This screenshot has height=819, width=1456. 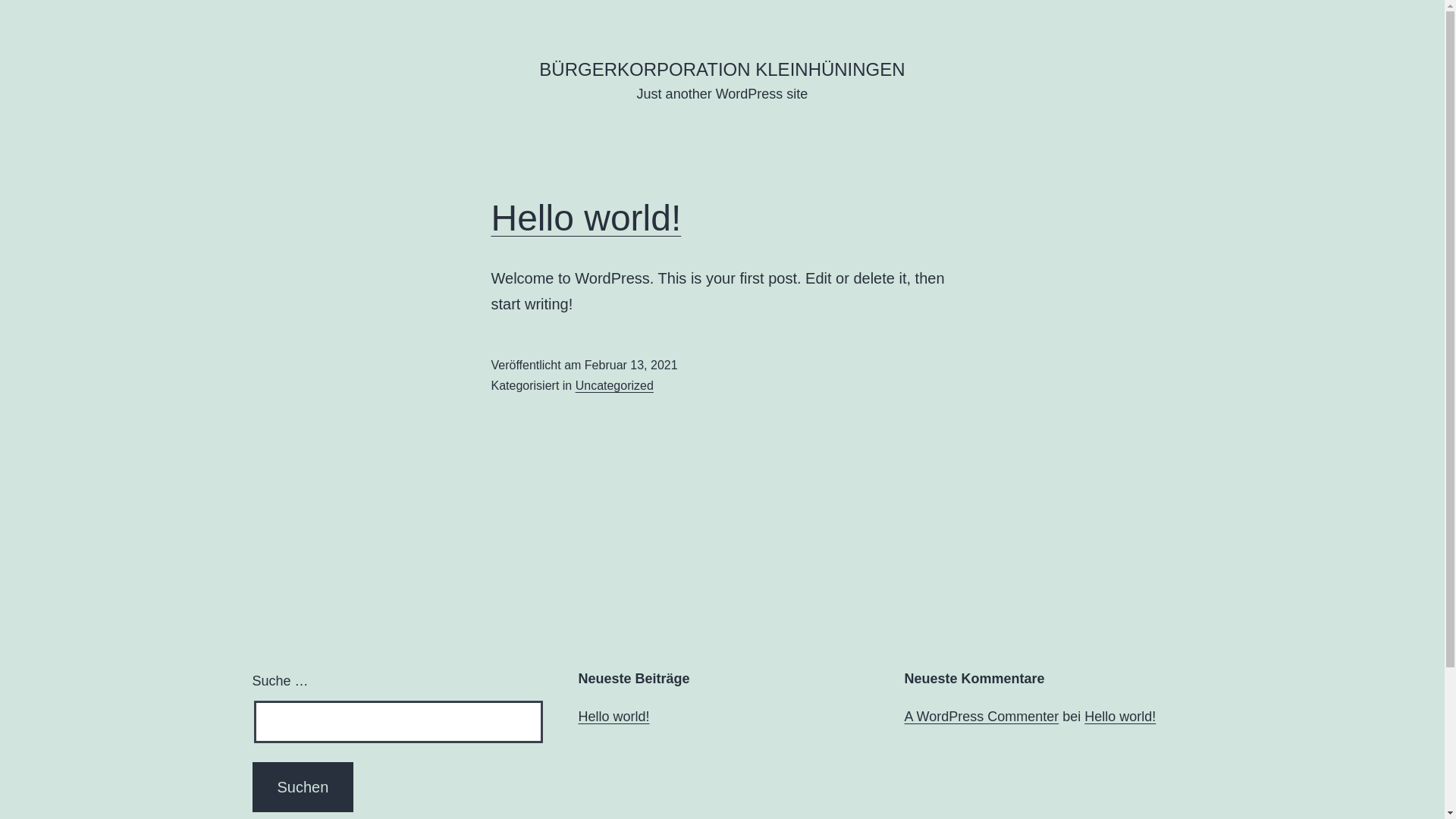 What do you see at coordinates (1120, 717) in the screenshot?
I see `'Hello world!'` at bounding box center [1120, 717].